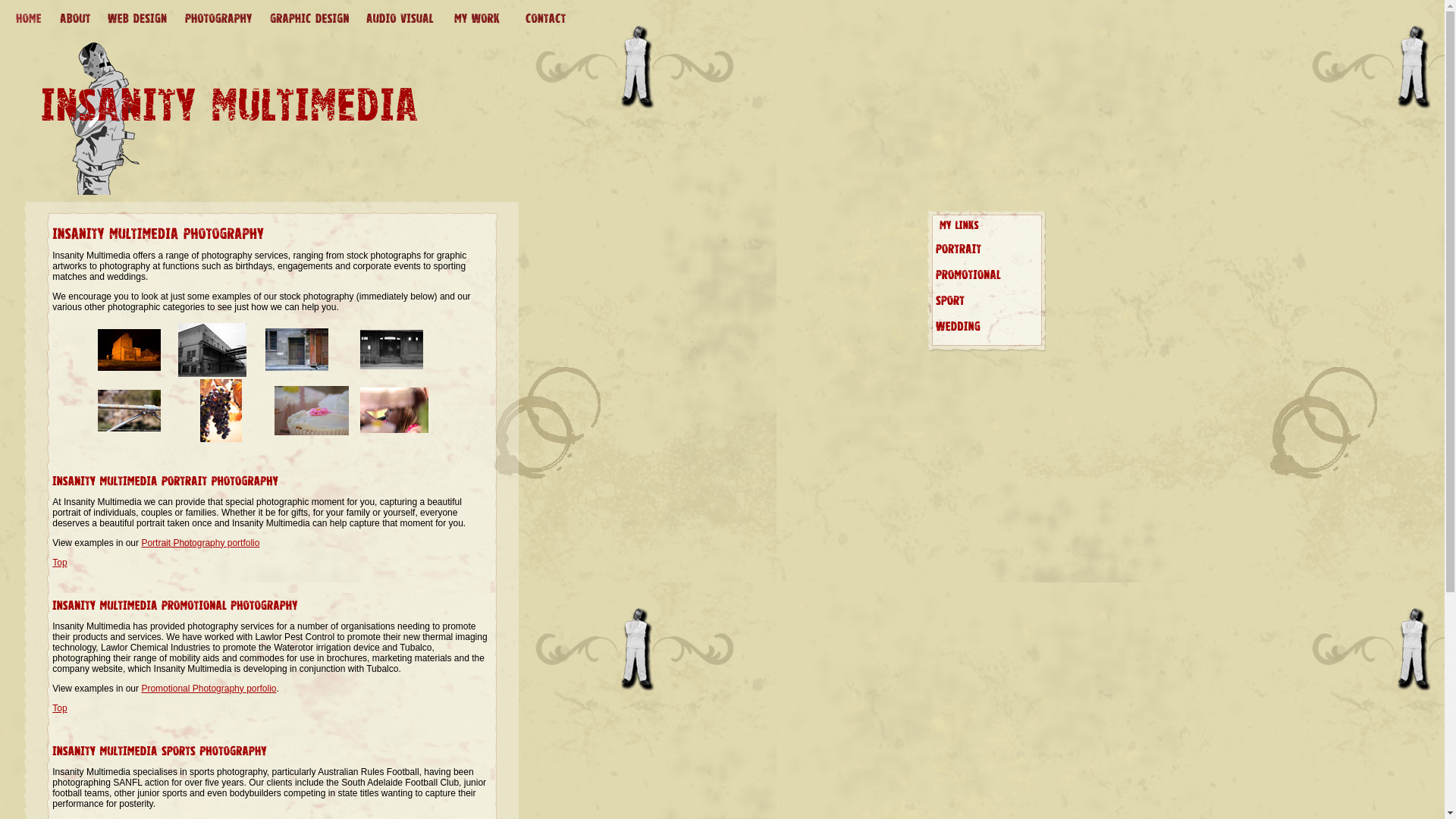 This screenshot has height=819, width=1456. What do you see at coordinates (59, 562) in the screenshot?
I see `'Top'` at bounding box center [59, 562].